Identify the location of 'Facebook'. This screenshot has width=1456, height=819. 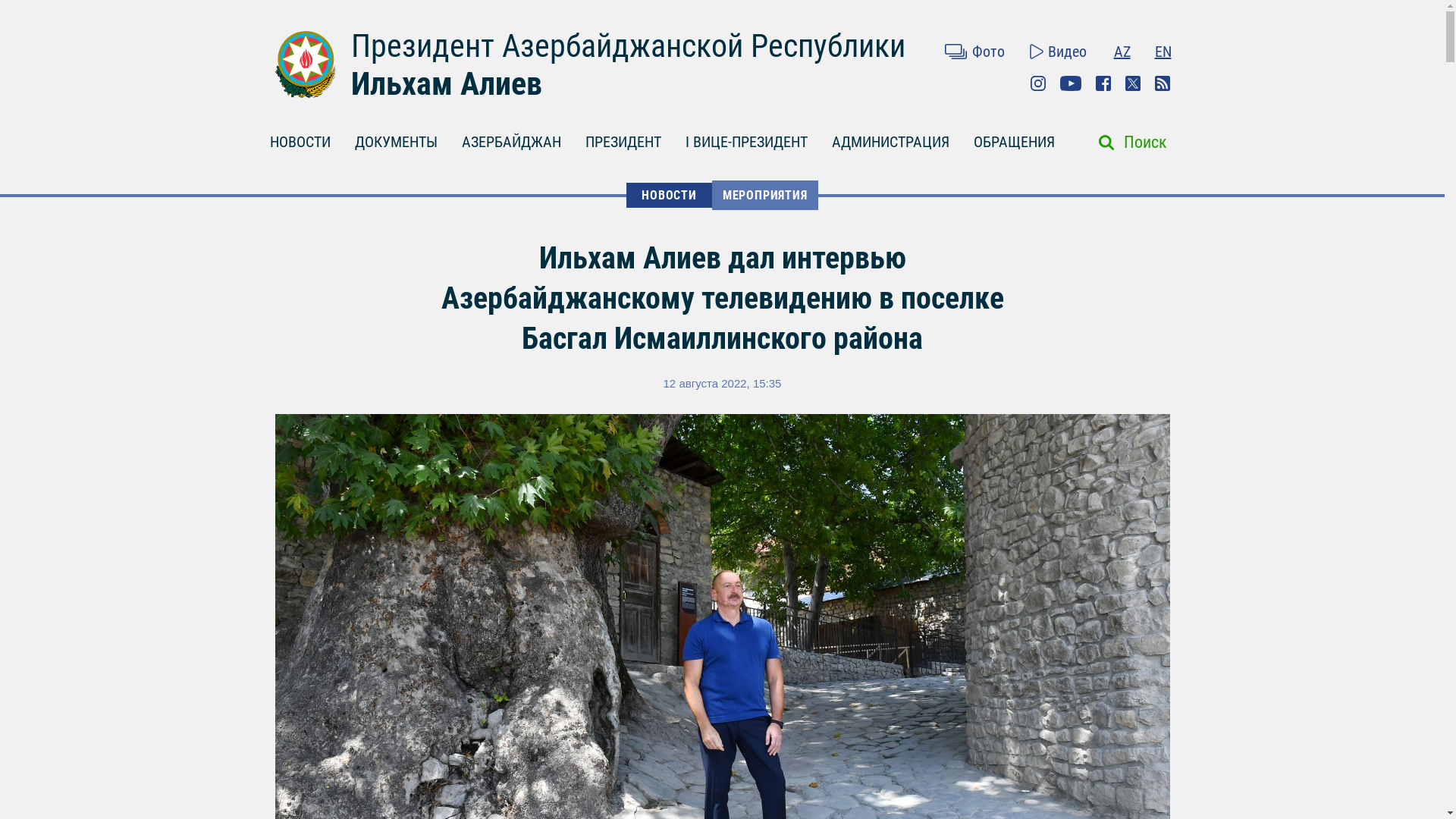
(1103, 83).